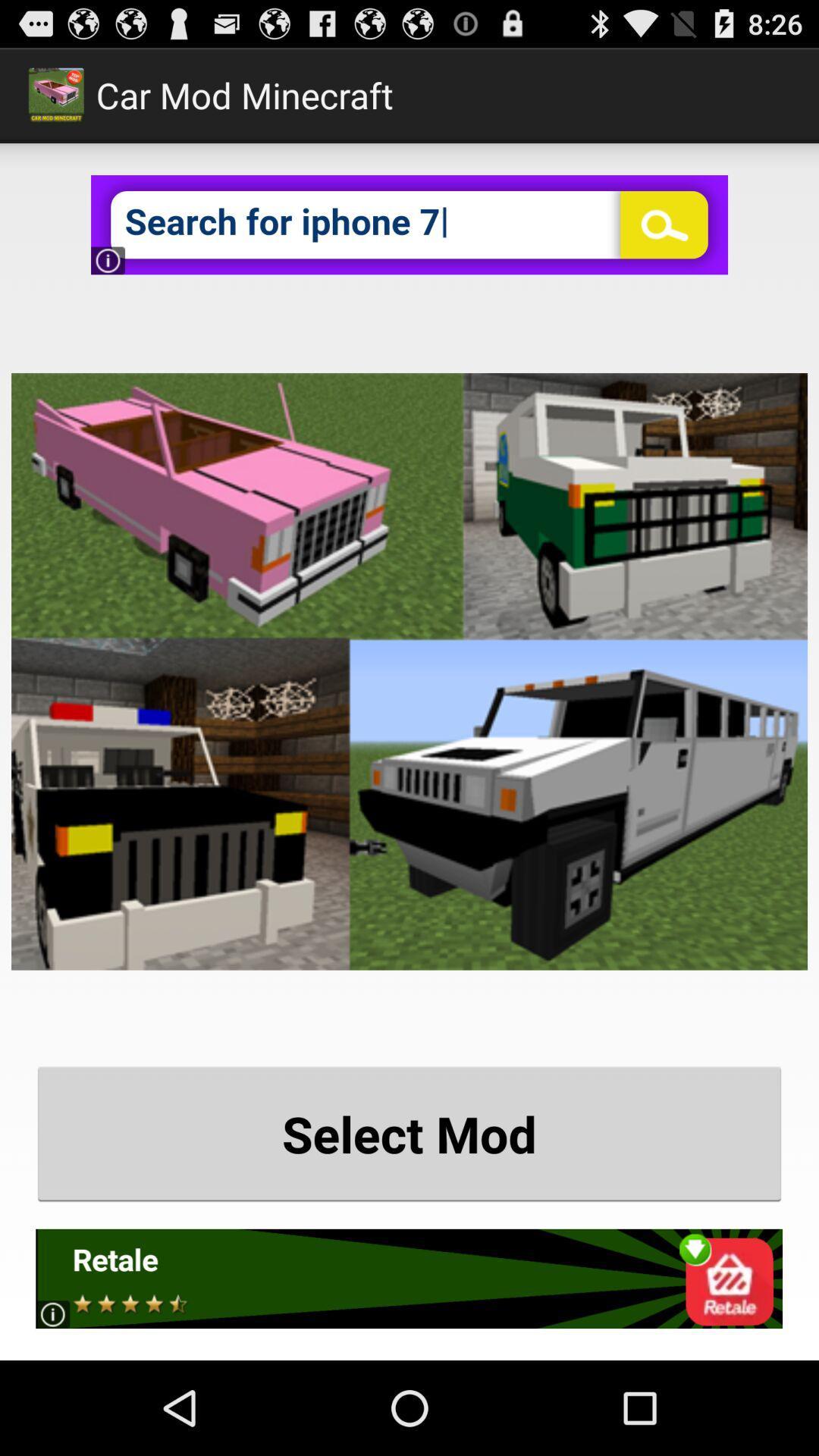  I want to click on opens up a app in the store, so click(408, 1278).